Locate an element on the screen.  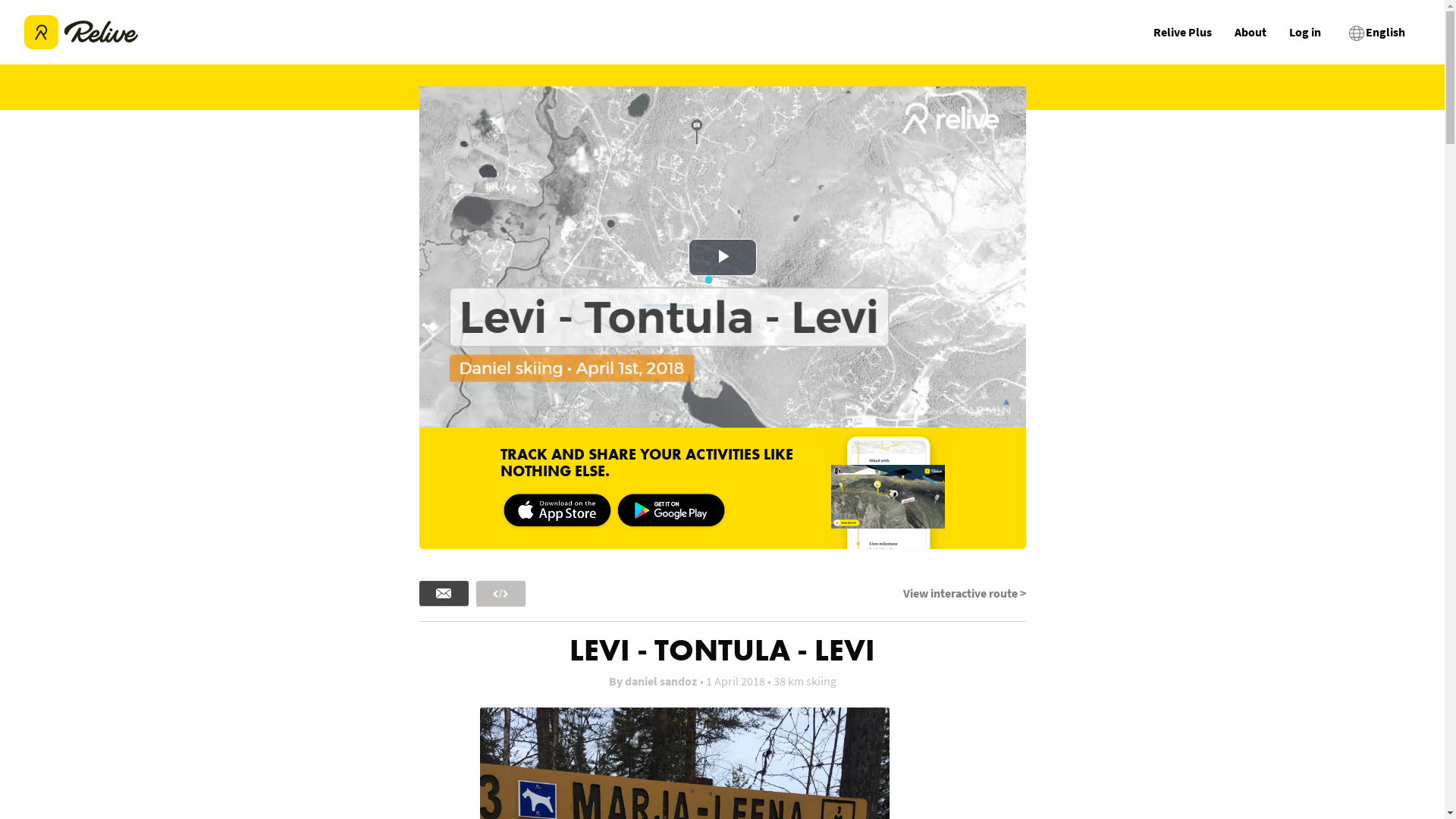
'Relive Plus' is located at coordinates (1153, 32).